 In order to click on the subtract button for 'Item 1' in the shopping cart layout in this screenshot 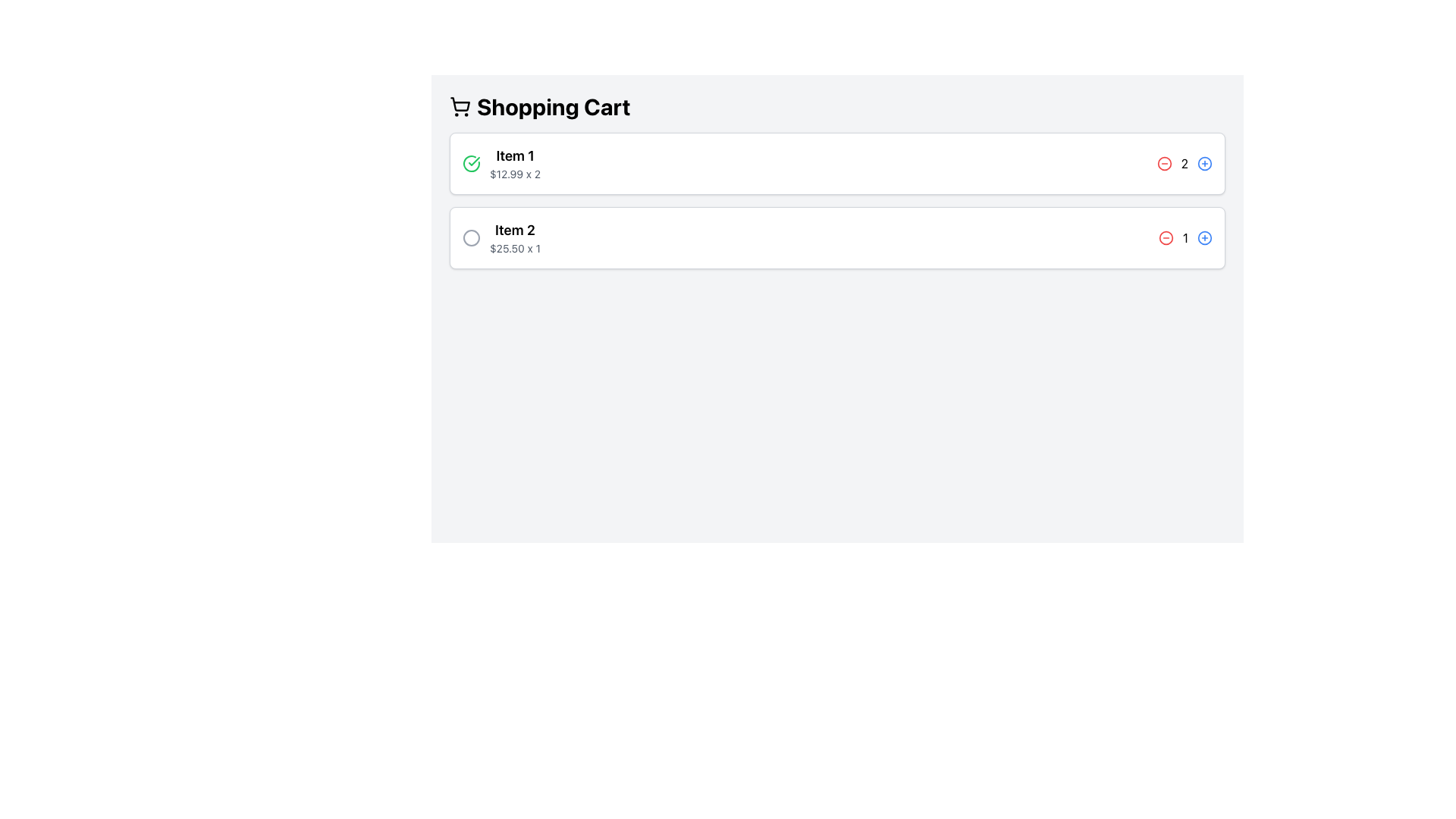, I will do `click(1163, 164)`.